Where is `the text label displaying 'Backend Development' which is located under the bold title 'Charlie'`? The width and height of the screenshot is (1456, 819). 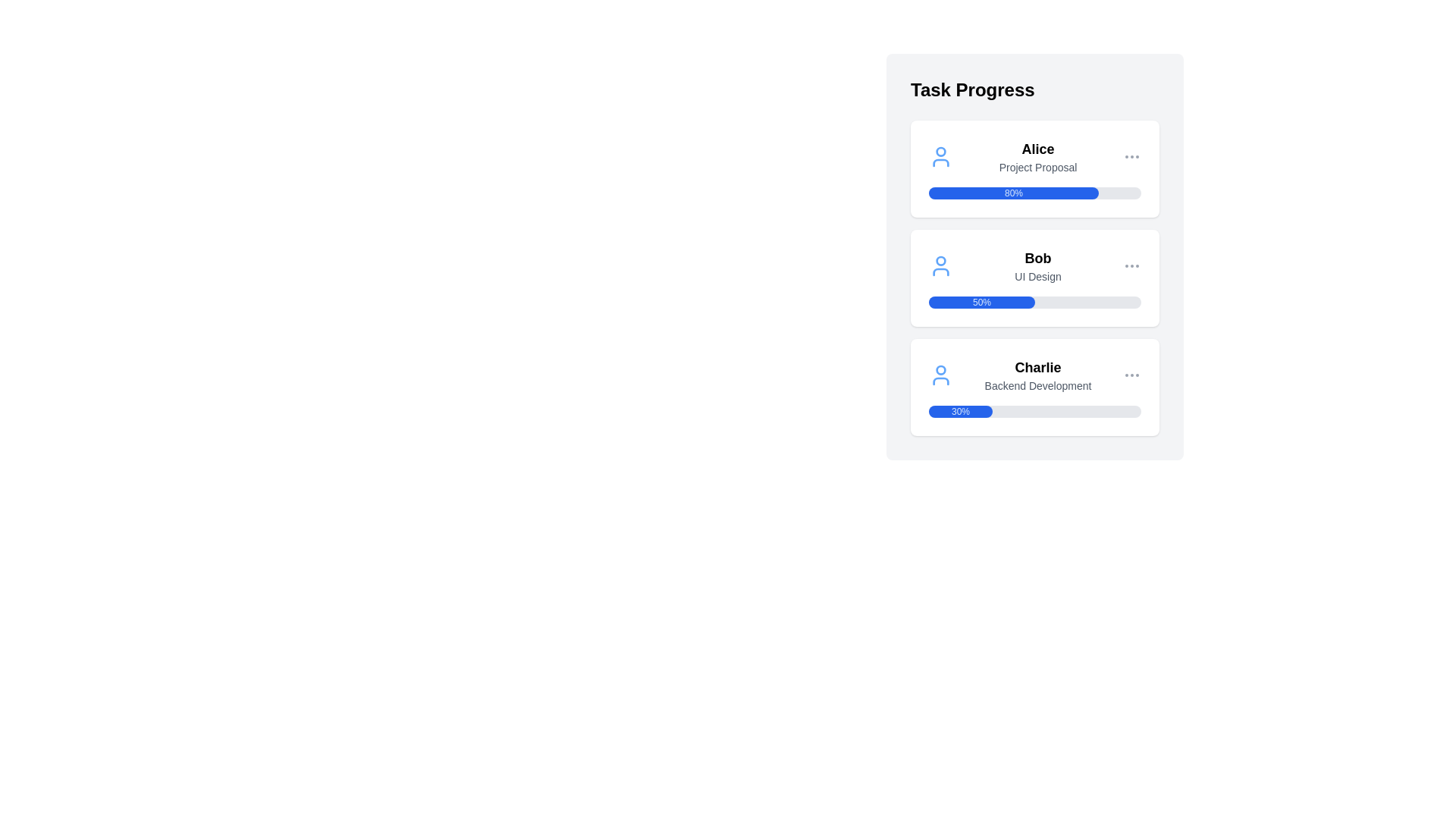 the text label displaying 'Backend Development' which is located under the bold title 'Charlie' is located at coordinates (1037, 385).